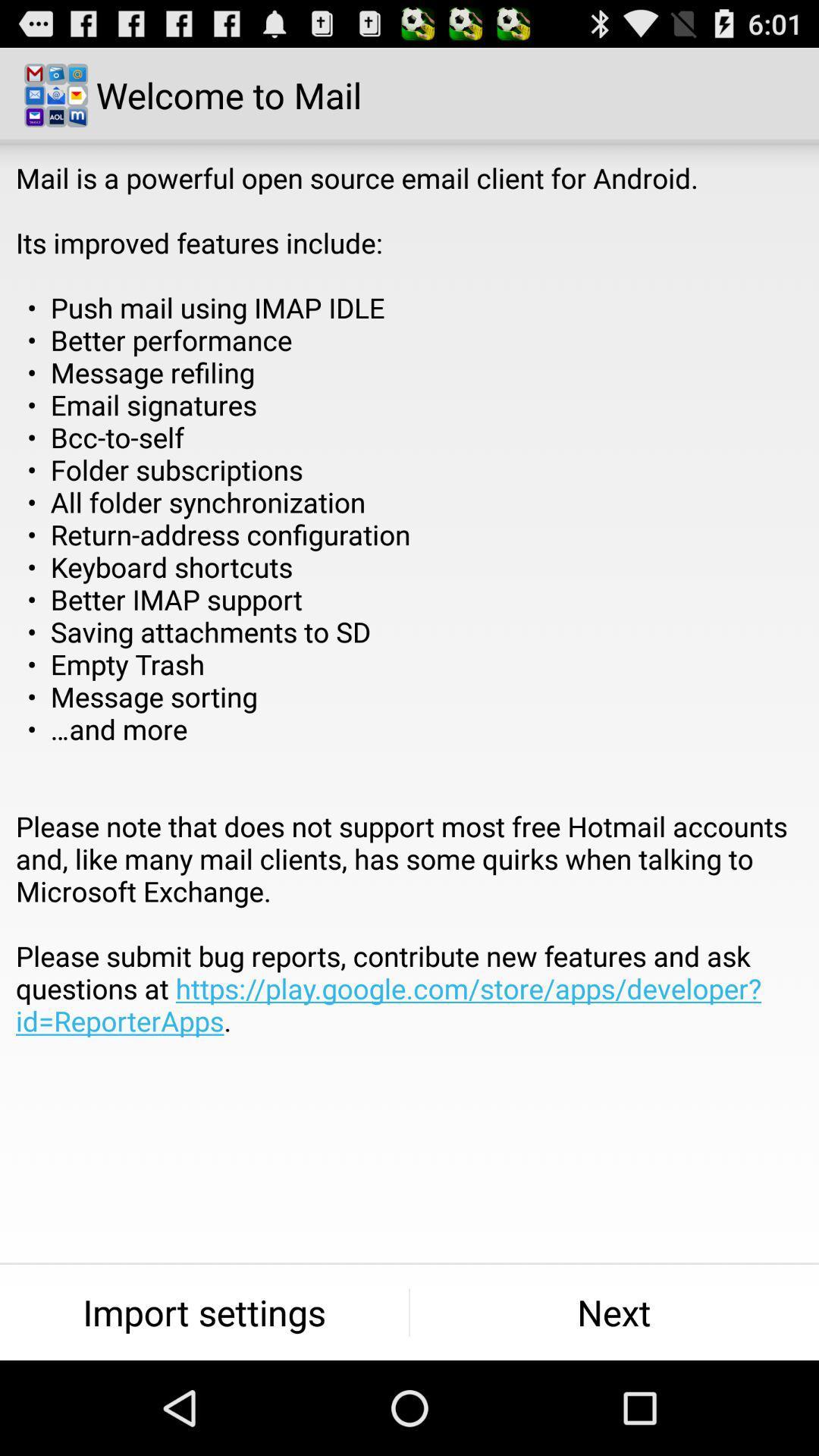 The image size is (819, 1456). Describe the element at coordinates (203, 1312) in the screenshot. I see `item to the left of the next` at that location.